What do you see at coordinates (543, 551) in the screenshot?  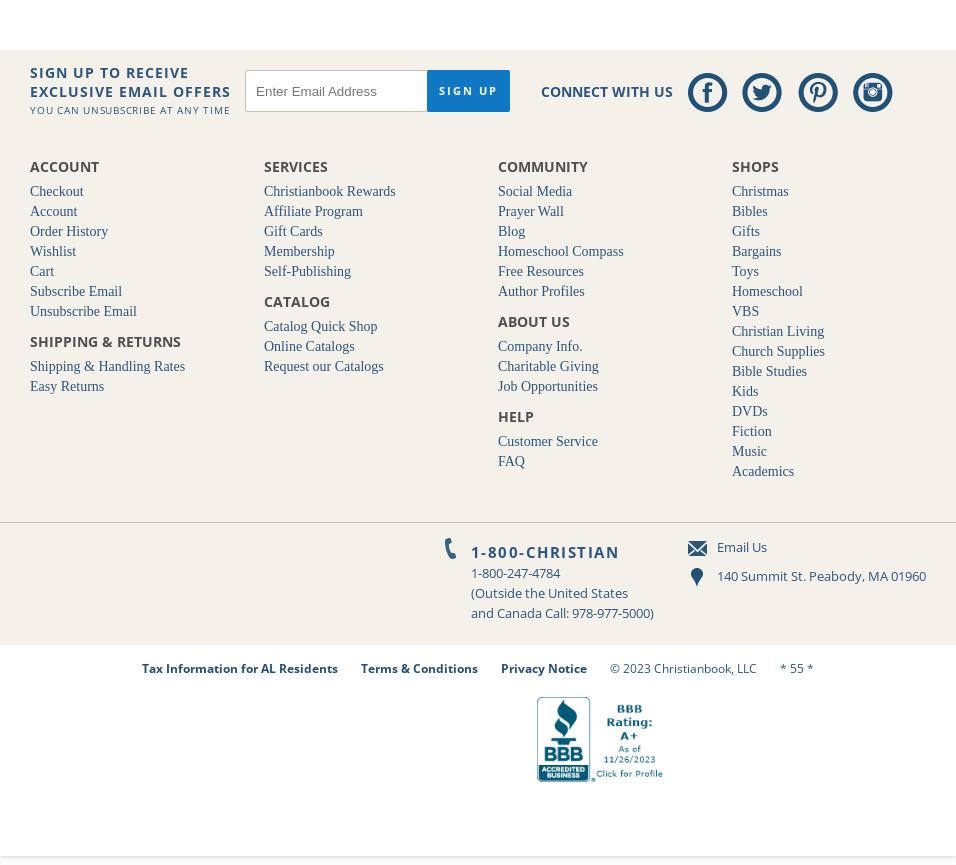 I see `'1-800-CHRISTIAN'` at bounding box center [543, 551].